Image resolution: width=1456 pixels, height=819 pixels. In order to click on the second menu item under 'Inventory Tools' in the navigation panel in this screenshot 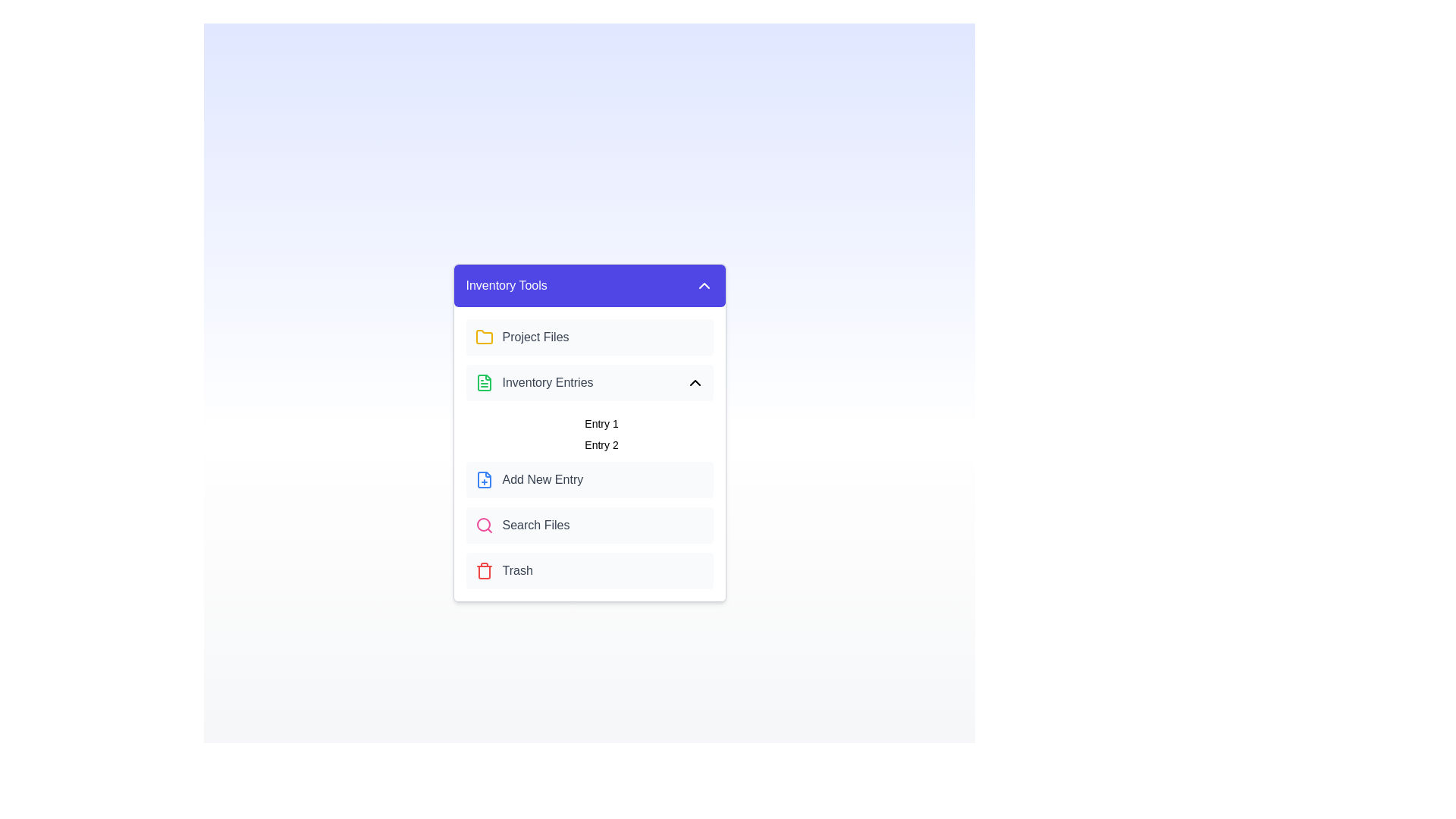, I will do `click(534, 382)`.